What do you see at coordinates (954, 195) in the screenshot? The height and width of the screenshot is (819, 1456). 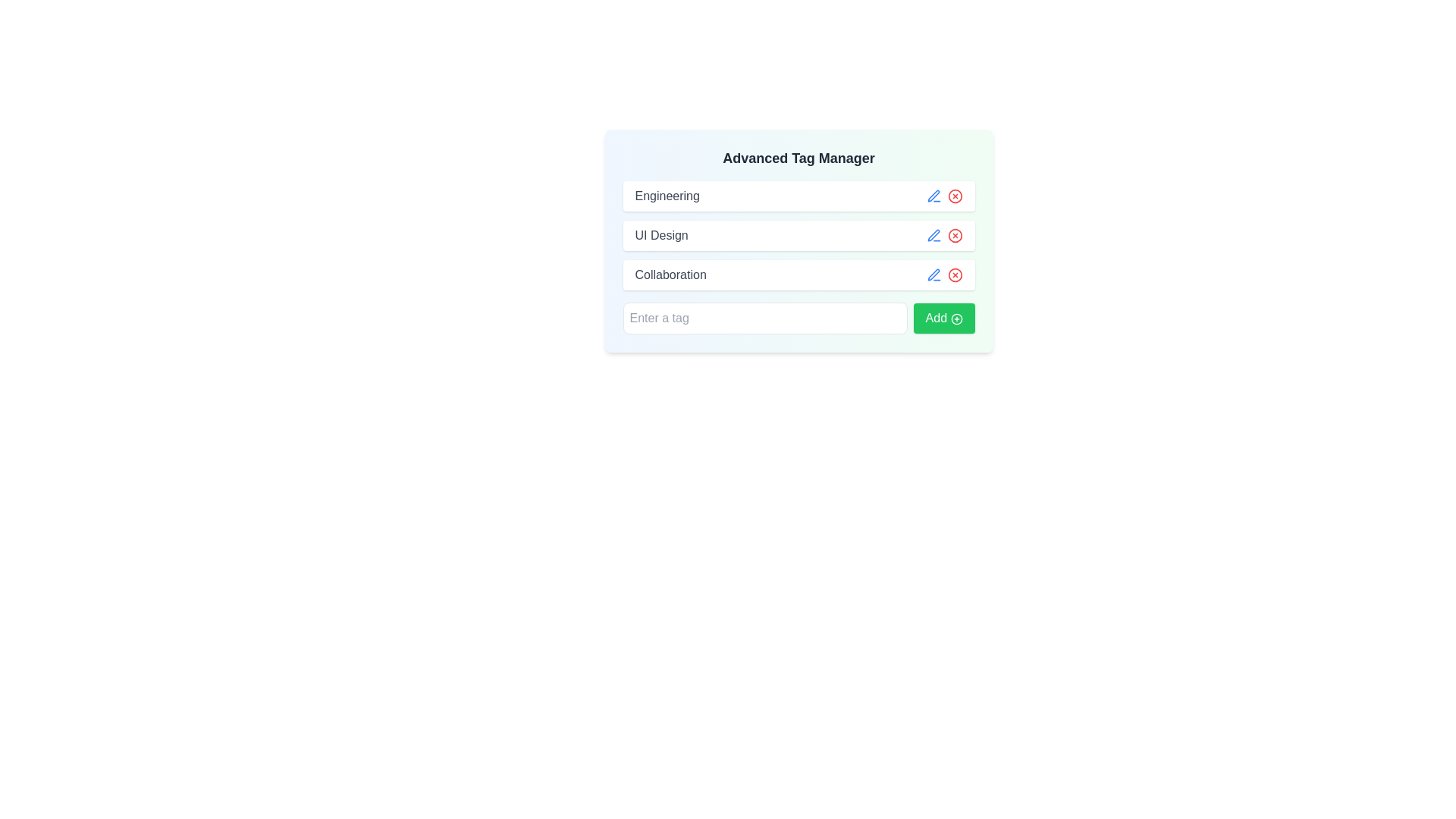 I see `the delete button icon located to the right of the 'Engineering' input field` at bounding box center [954, 195].